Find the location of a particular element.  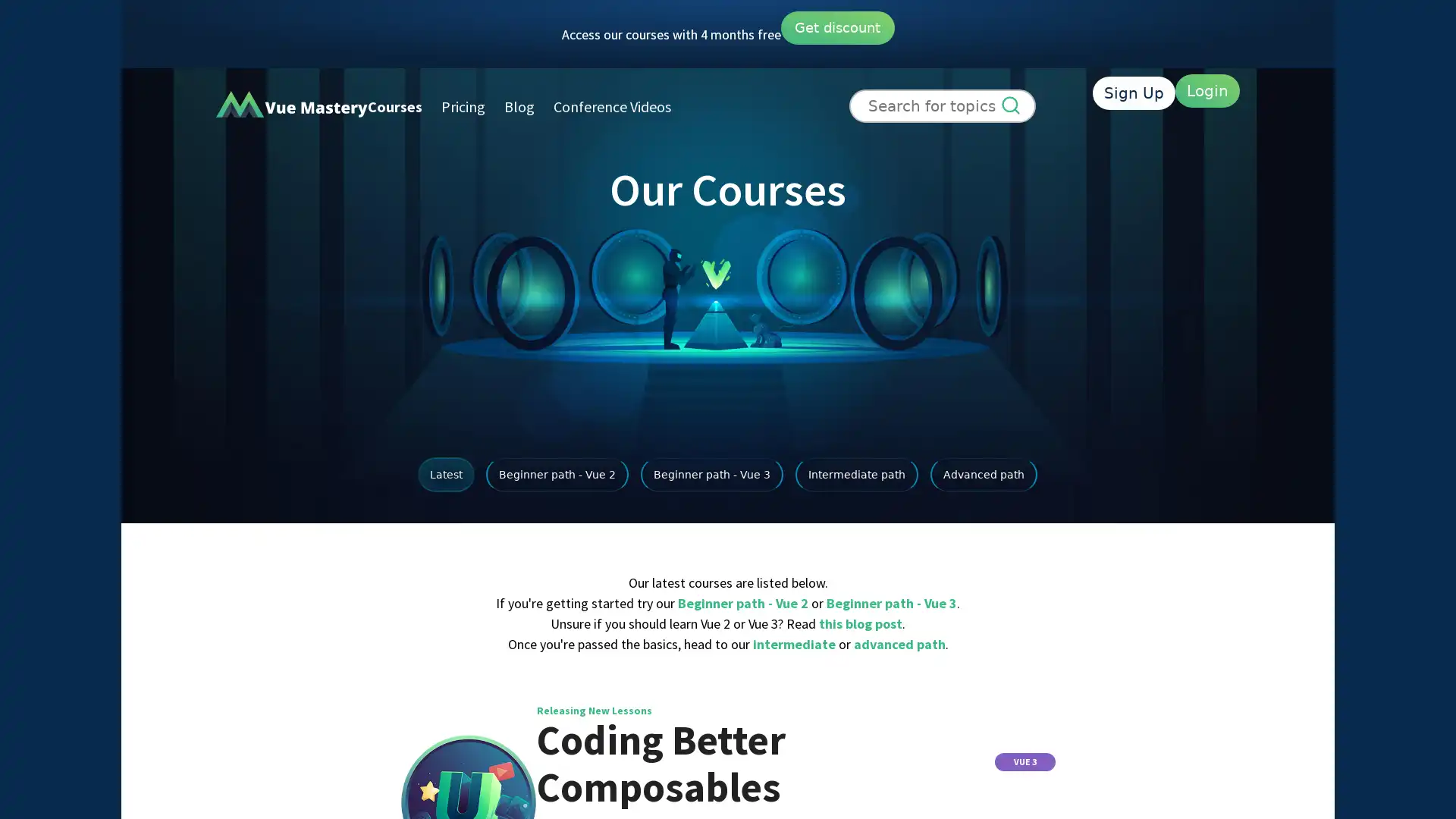

Search is located at coordinates (1011, 106).